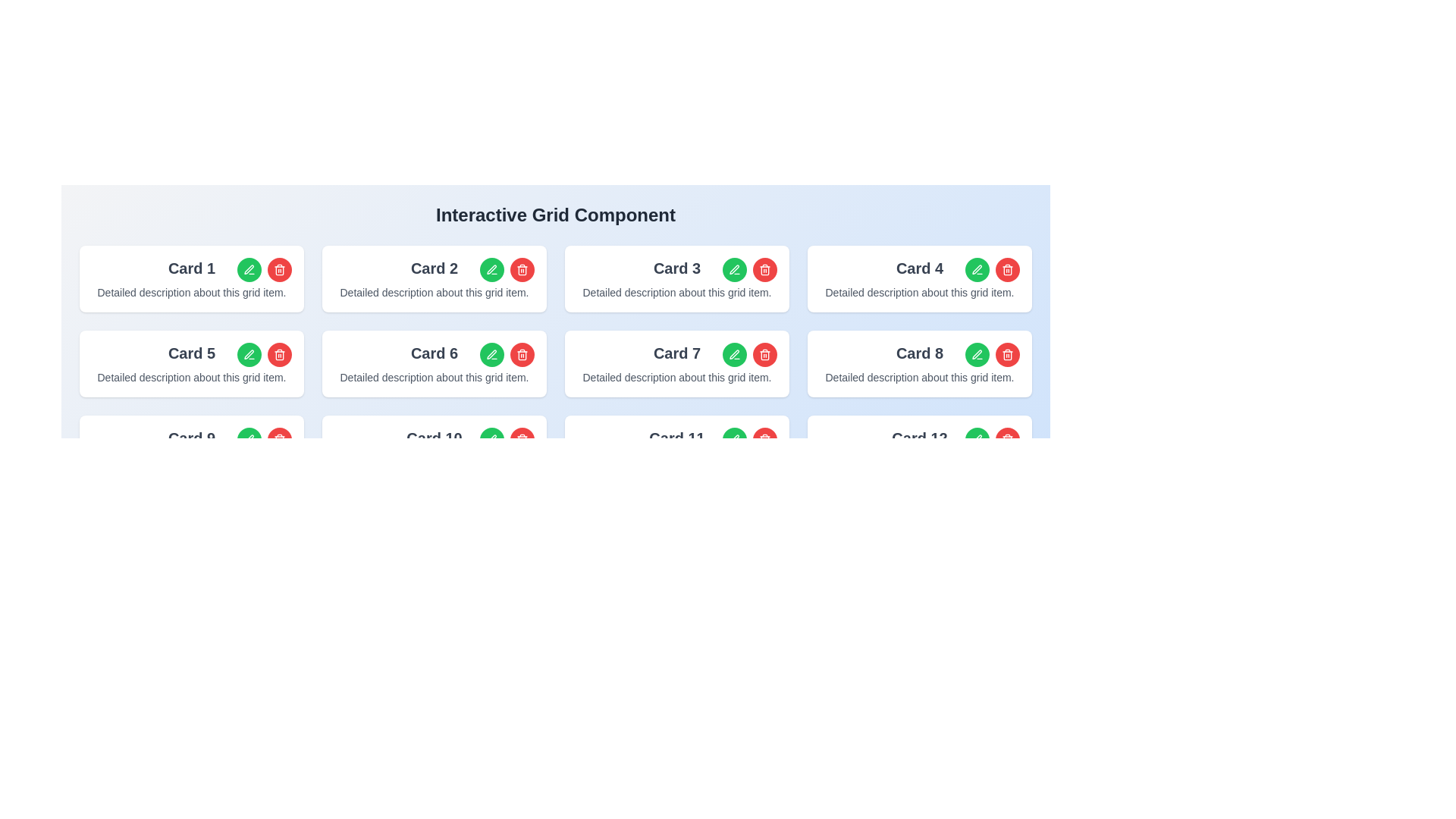  I want to click on the edit button located in the top-right corner of 'Card 7', positioned to the left of the red delete button, so click(735, 354).